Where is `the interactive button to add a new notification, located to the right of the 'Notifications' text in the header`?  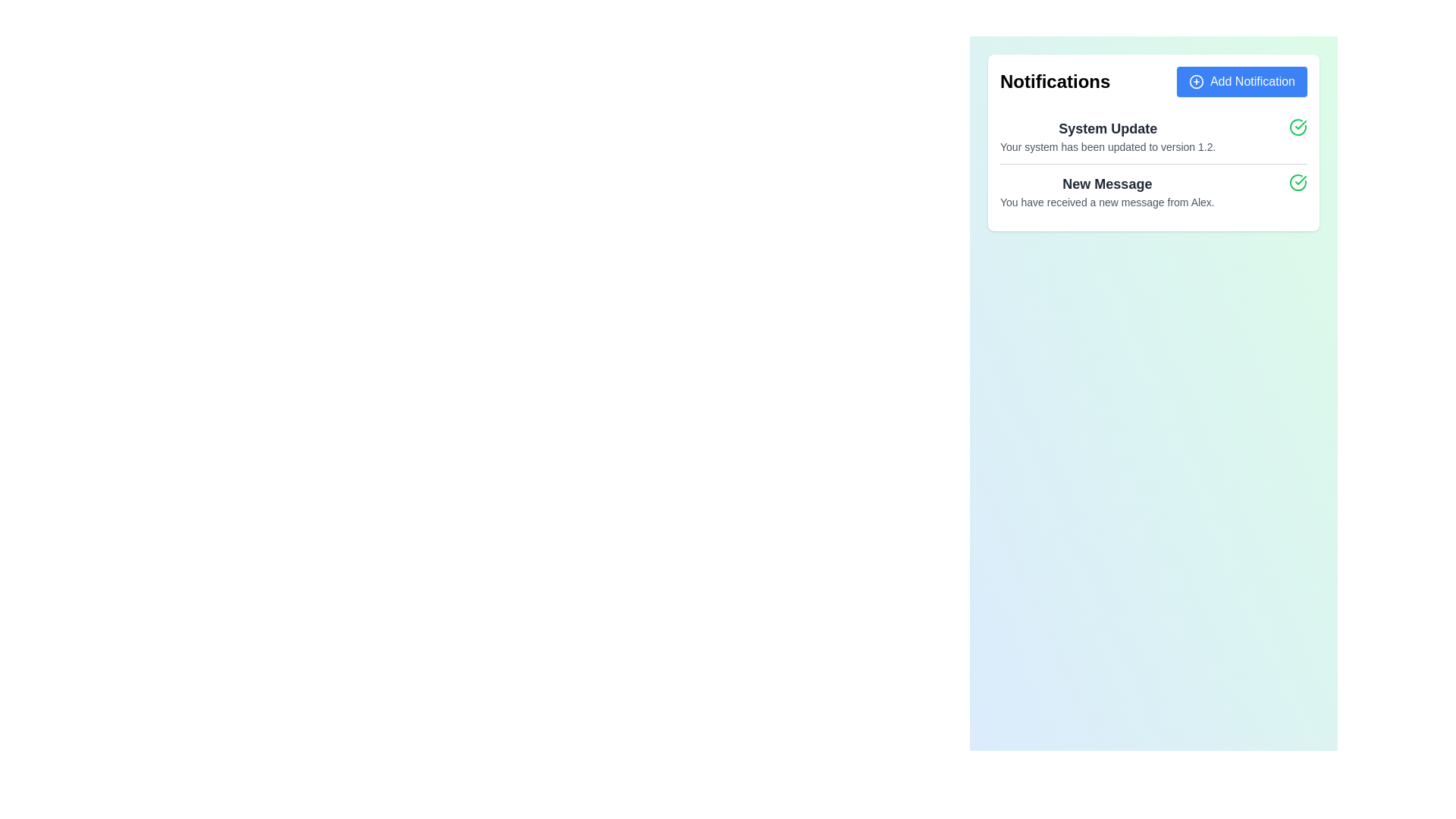 the interactive button to add a new notification, located to the right of the 'Notifications' text in the header is located at coordinates (1241, 82).